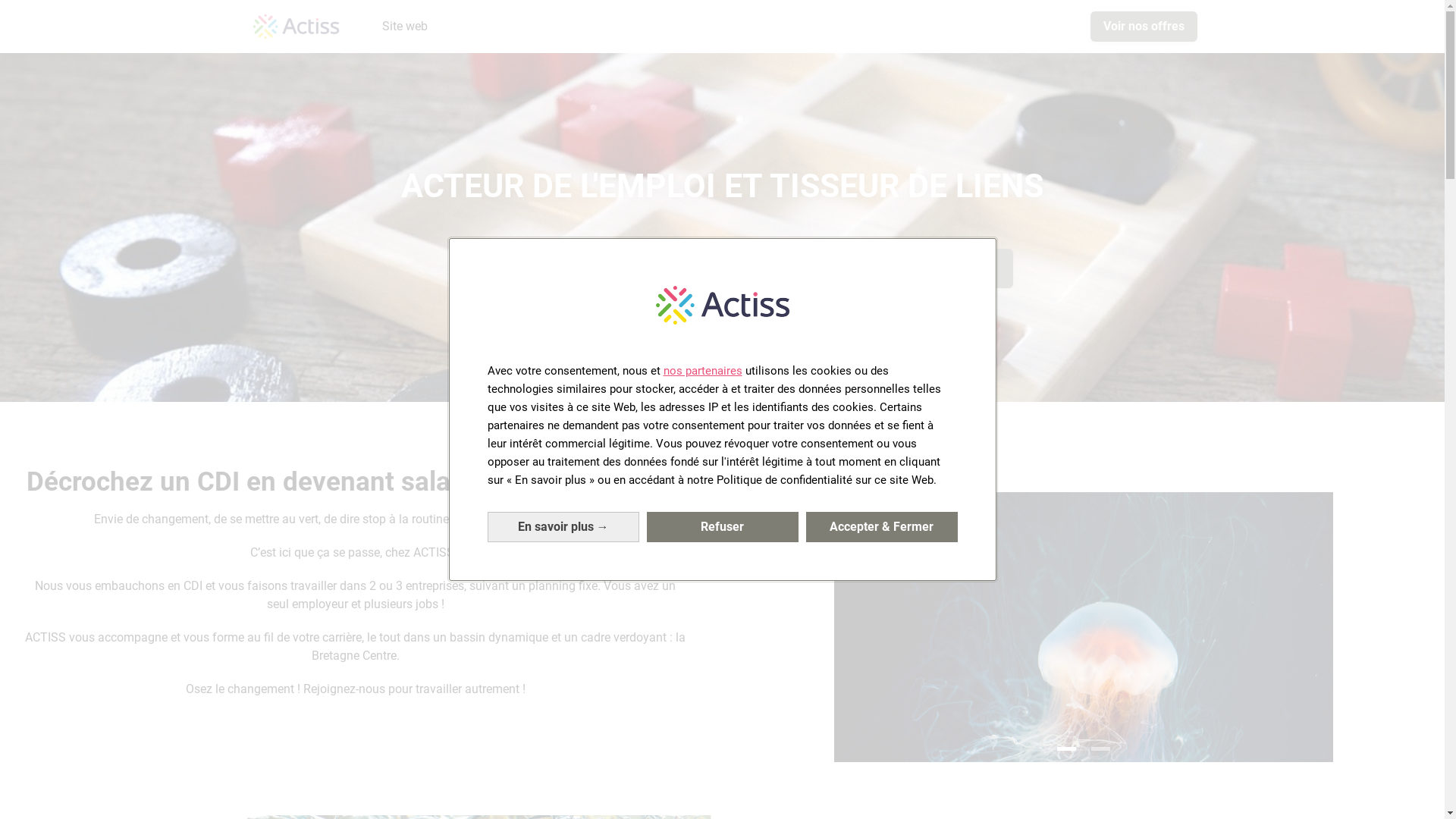 This screenshot has width=1456, height=819. What do you see at coordinates (375, 26) in the screenshot?
I see `'Site web'` at bounding box center [375, 26].